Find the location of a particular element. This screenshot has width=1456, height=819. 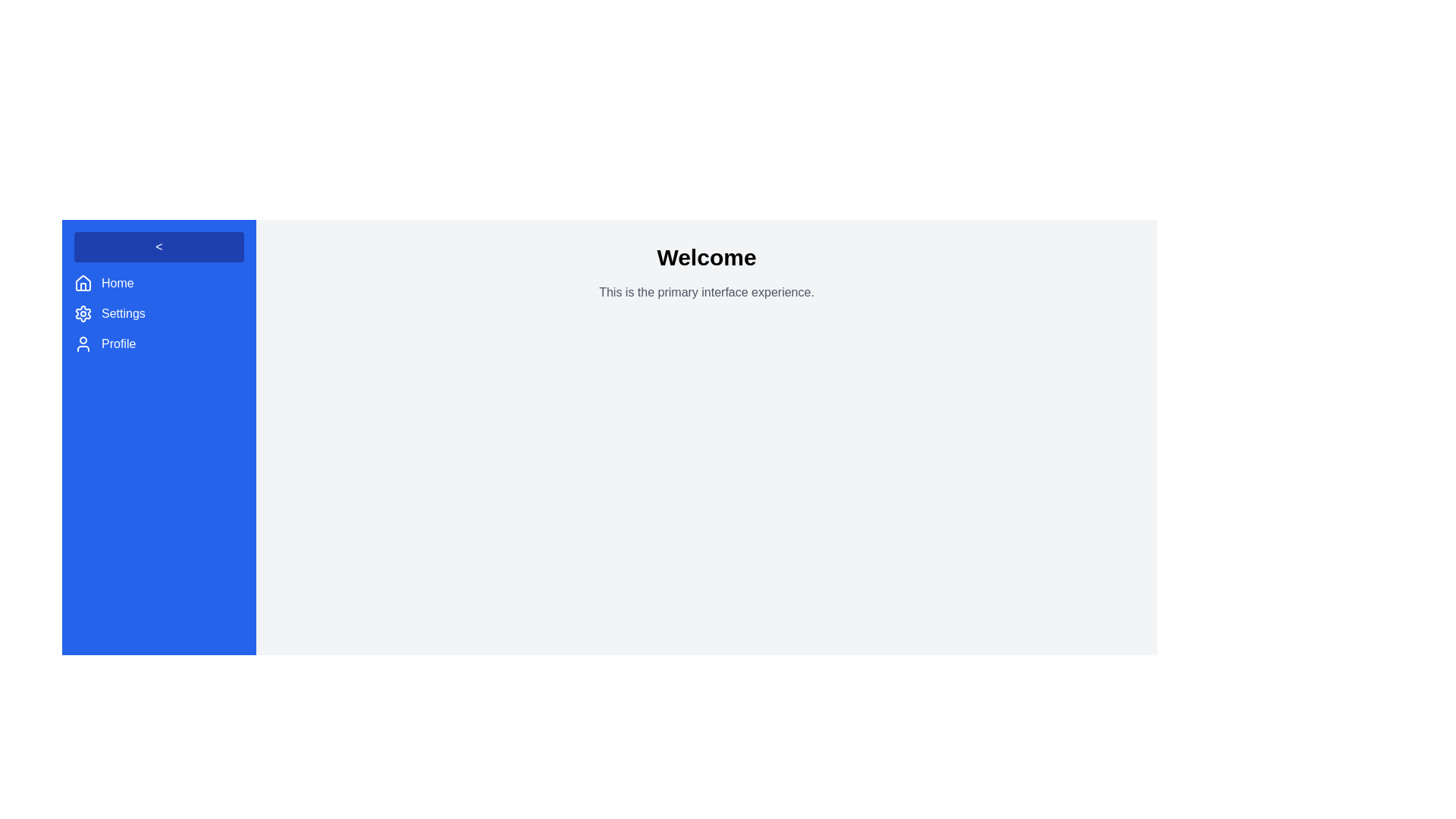

the header text element located at the top of the central content area, which is directly above the text 'This is the primary interface experience.' is located at coordinates (705, 256).